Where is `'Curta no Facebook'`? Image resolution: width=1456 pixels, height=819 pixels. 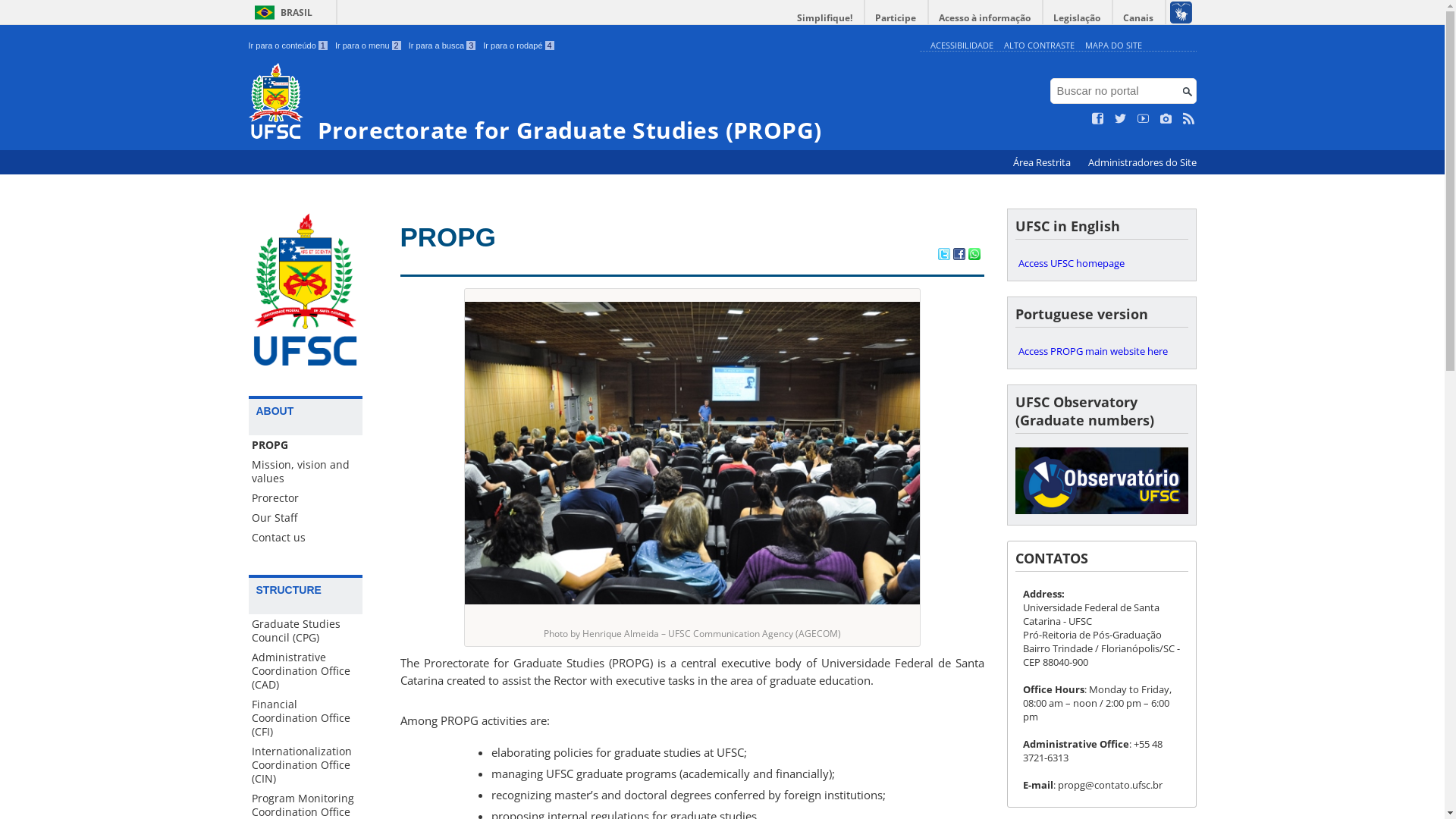 'Curta no Facebook' is located at coordinates (1098, 118).